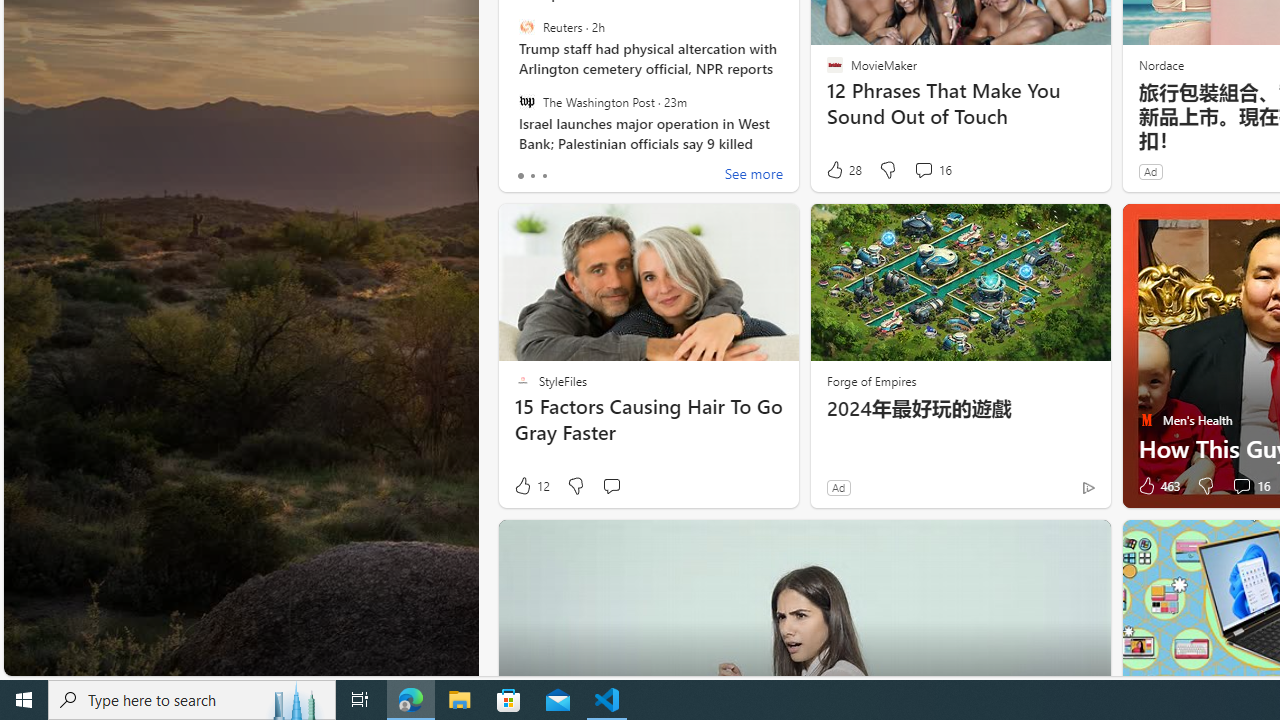 This screenshot has height=720, width=1280. Describe the element at coordinates (544, 175) in the screenshot. I see `'tab-2'` at that location.